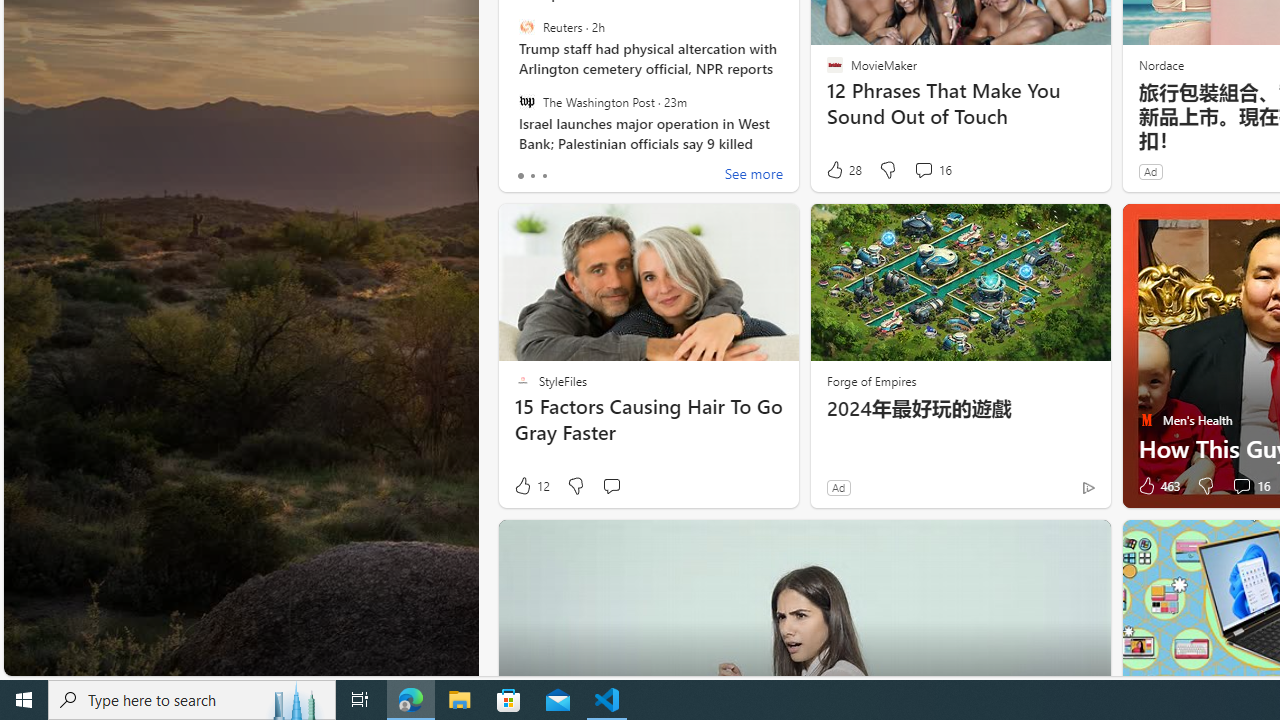 This screenshot has height=720, width=1280. Describe the element at coordinates (544, 175) in the screenshot. I see `'tab-2'` at that location.